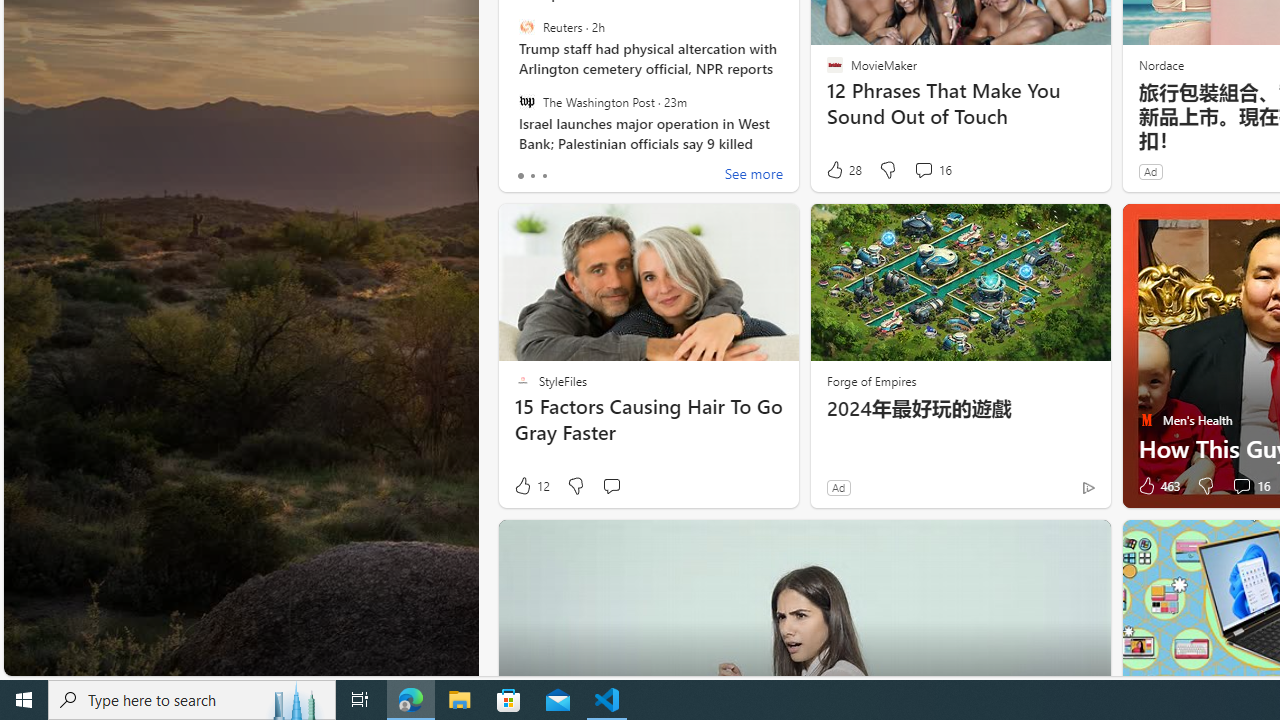 This screenshot has height=720, width=1280. Describe the element at coordinates (544, 175) in the screenshot. I see `'tab-2'` at that location.